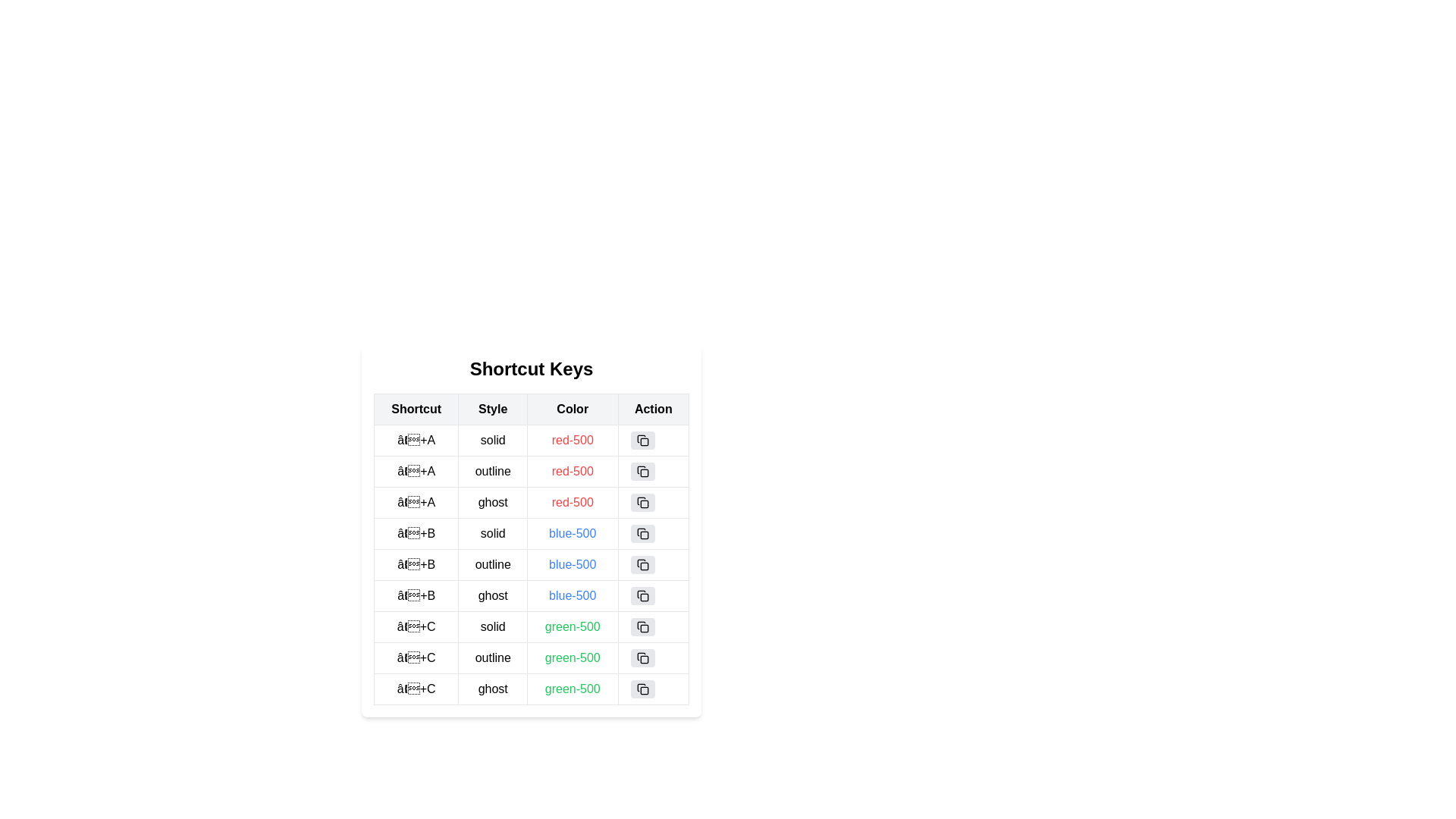  Describe the element at coordinates (416, 533) in the screenshot. I see `the text label representing the shortcut command '⌘+B' located in the fourth row of the table under the 'Shortcut' column, styled as 'solid' and colored 'blue-500'` at that location.